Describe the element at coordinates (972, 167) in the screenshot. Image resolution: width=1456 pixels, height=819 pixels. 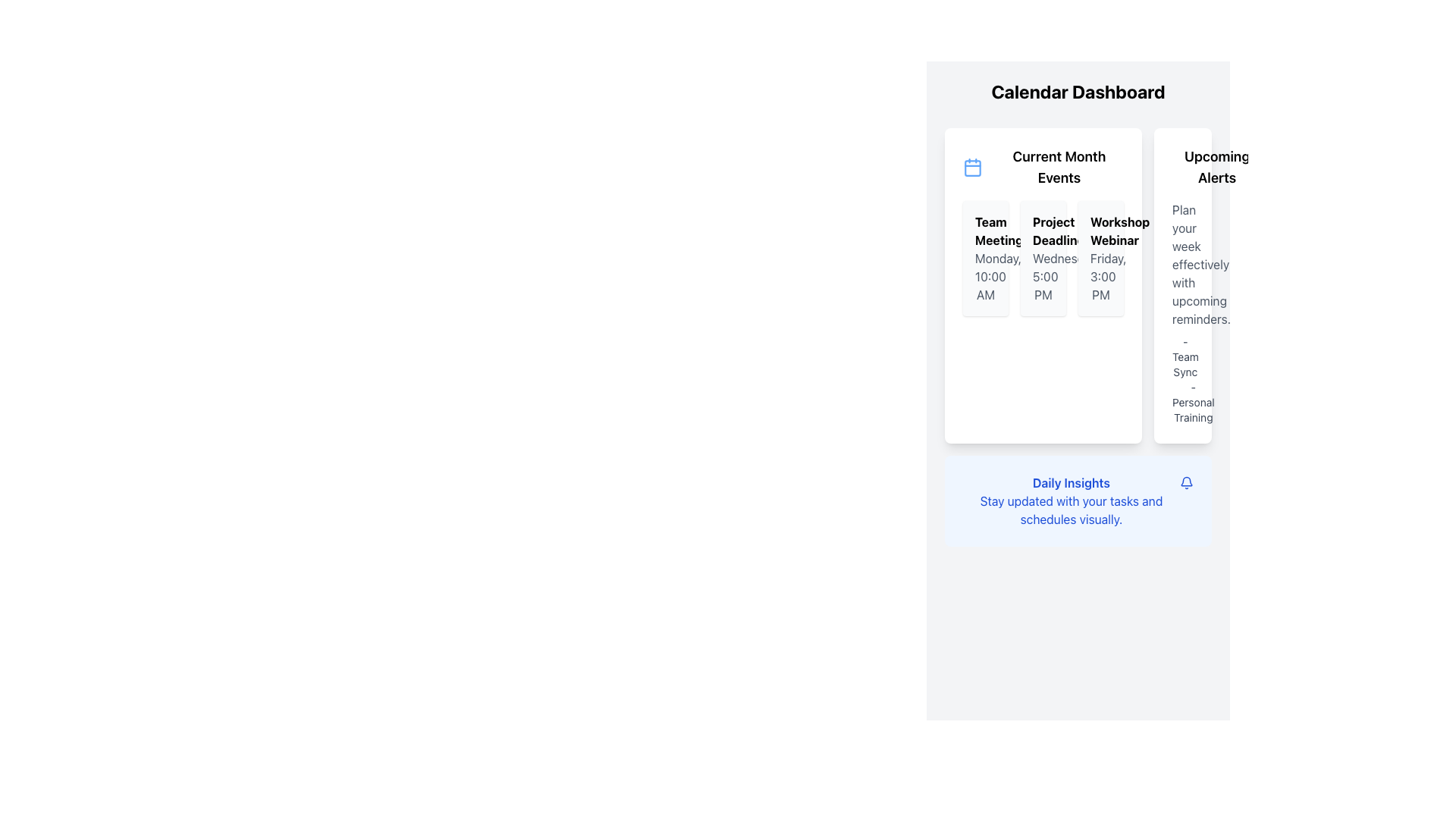
I see `the calendar icon that represents the 'Current Month Events' section, located at the top-left corner adjacent to its title` at that location.